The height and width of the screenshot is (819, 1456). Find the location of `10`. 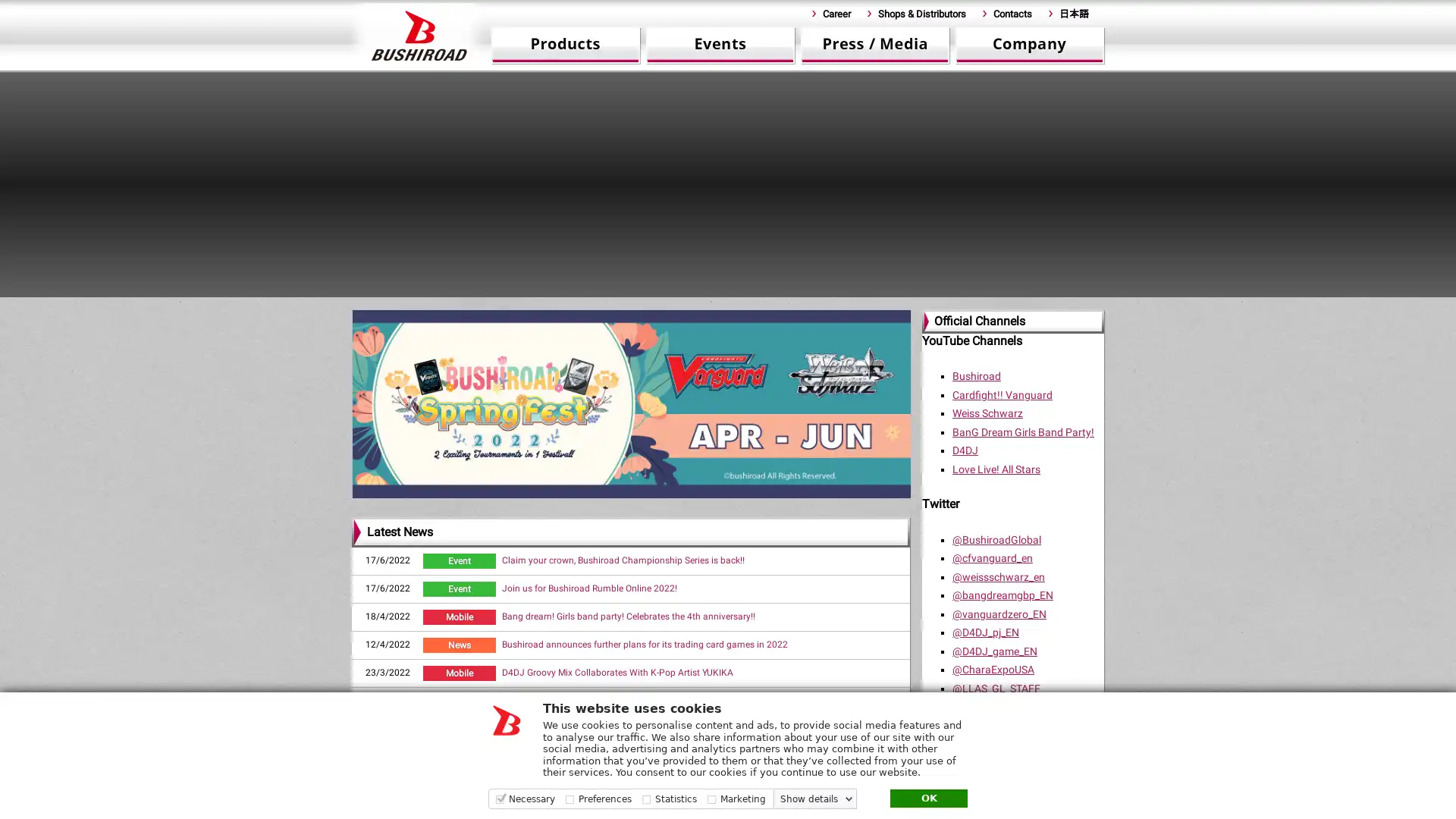

10 is located at coordinates (761, 291).